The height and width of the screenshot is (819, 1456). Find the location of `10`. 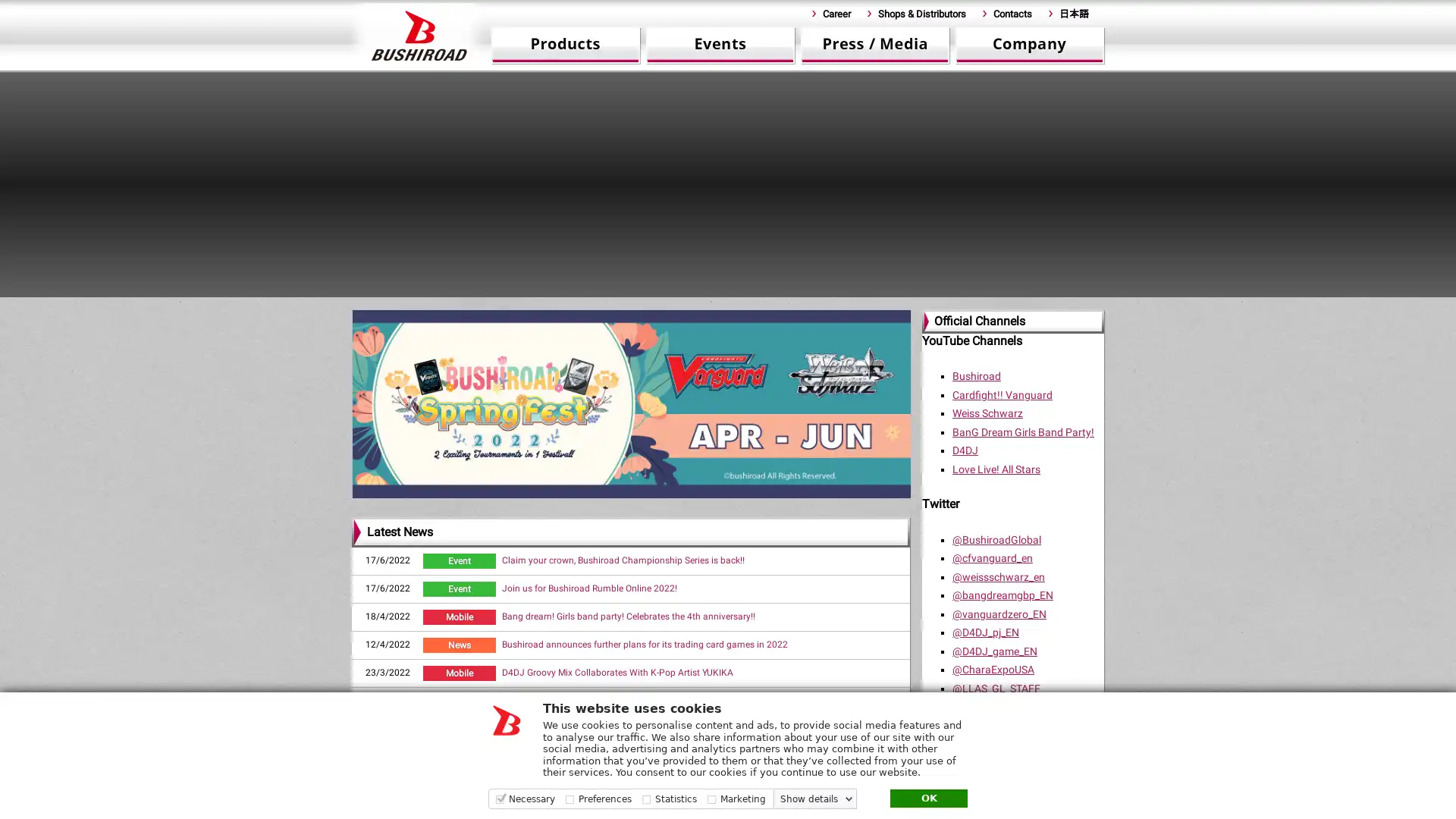

10 is located at coordinates (761, 291).